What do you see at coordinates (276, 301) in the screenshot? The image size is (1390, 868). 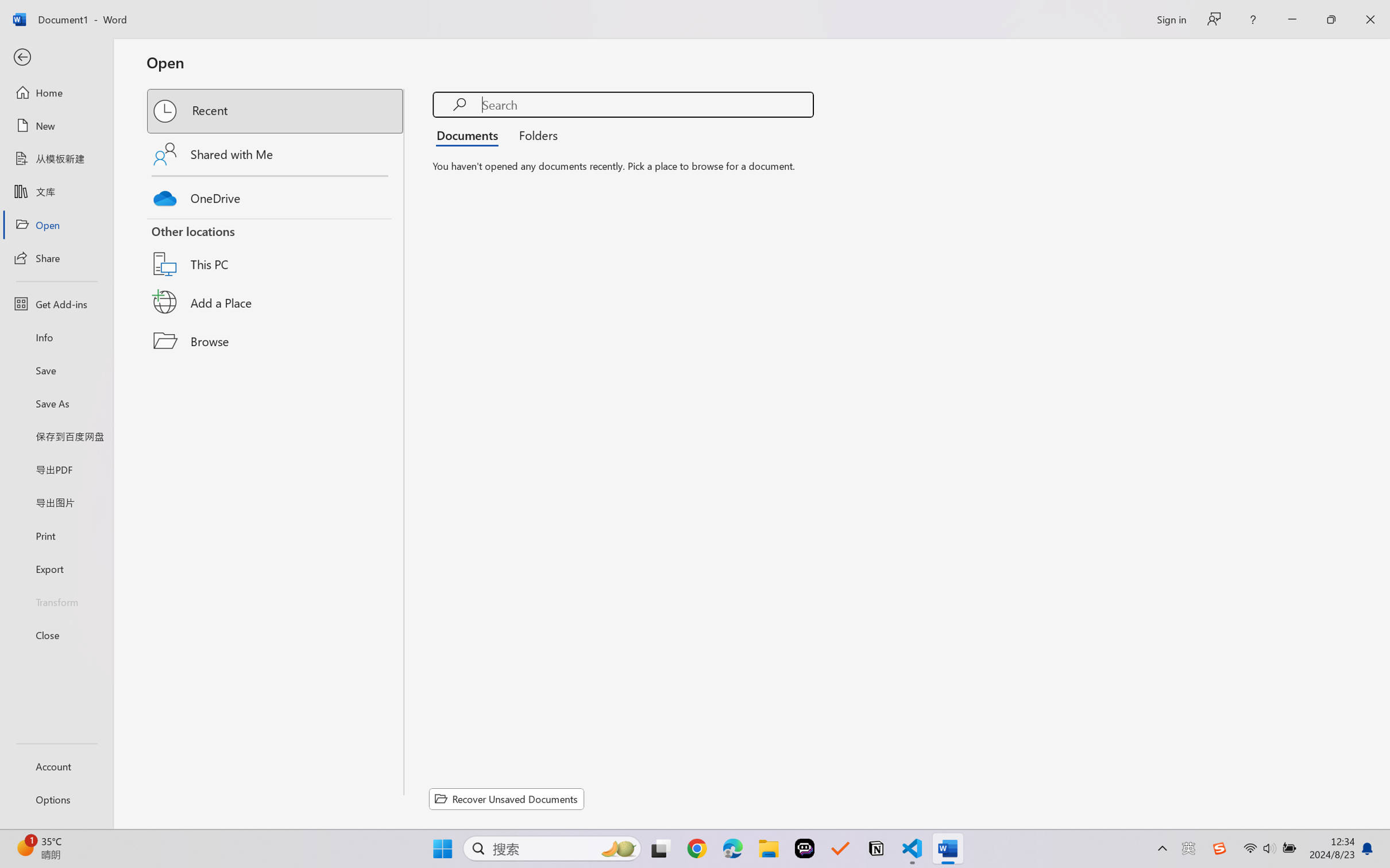 I see `'Add a Place'` at bounding box center [276, 301].